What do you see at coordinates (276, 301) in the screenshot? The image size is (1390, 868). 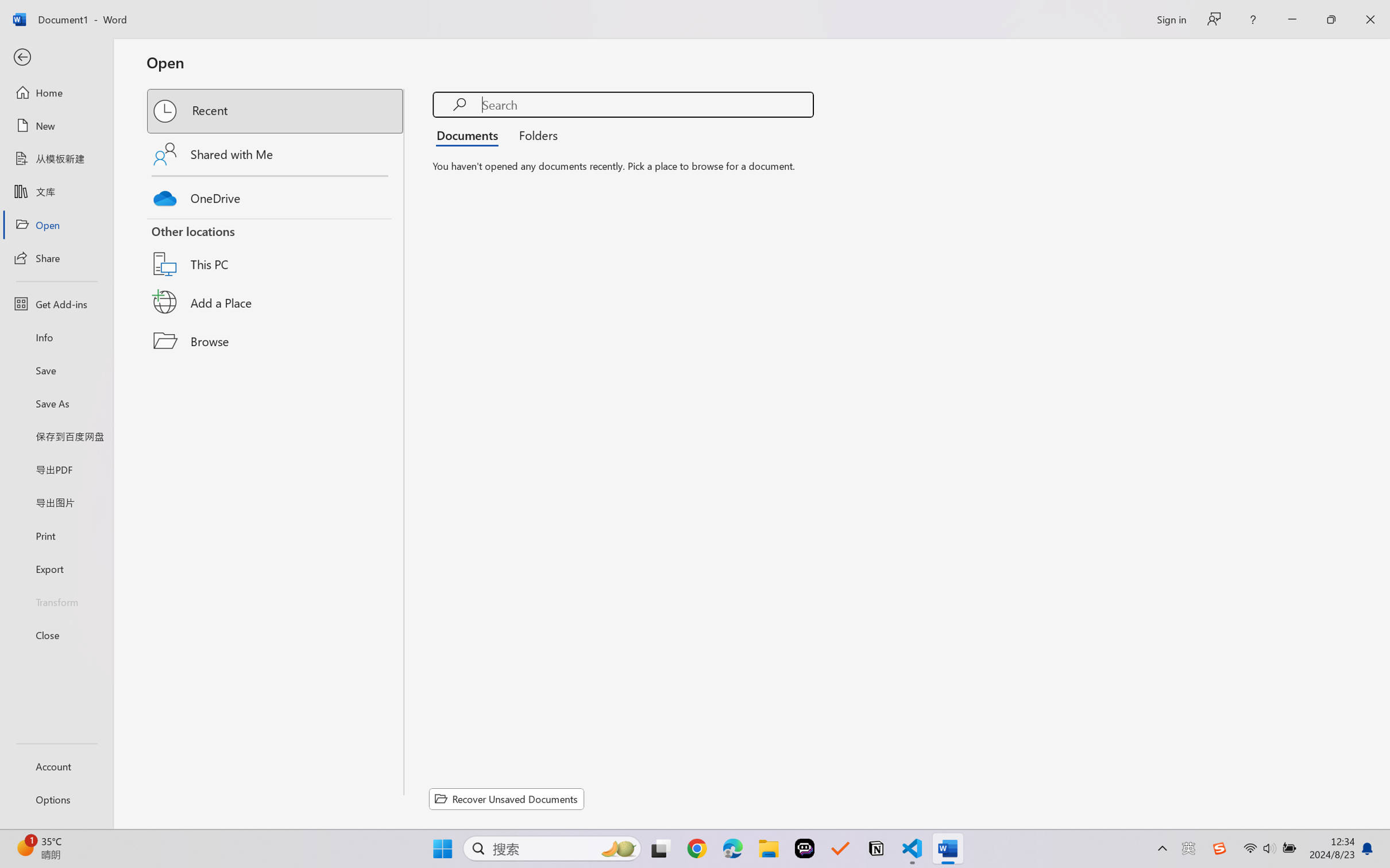 I see `'Add a Place'` at bounding box center [276, 301].